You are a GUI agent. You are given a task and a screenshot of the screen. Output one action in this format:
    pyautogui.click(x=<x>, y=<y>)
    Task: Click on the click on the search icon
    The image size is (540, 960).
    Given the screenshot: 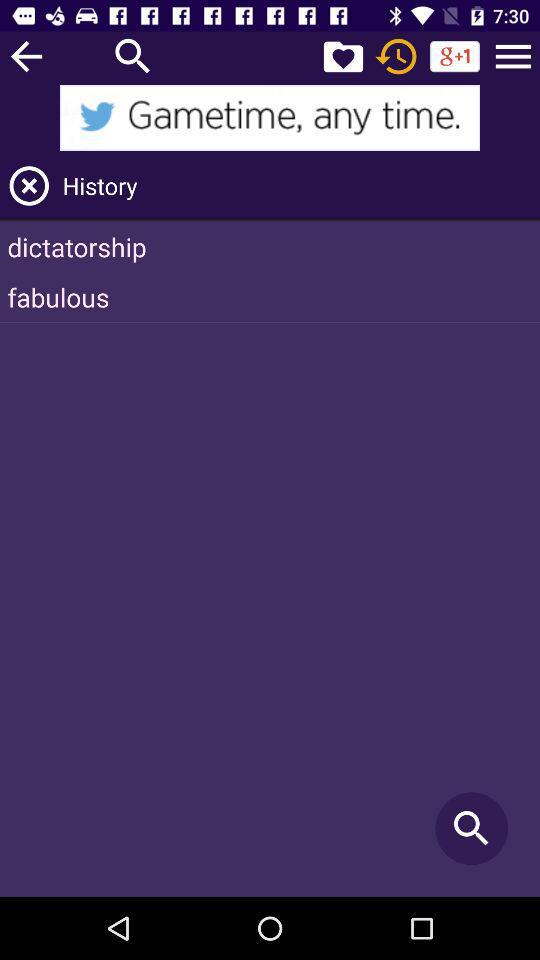 What is the action you would take?
    pyautogui.click(x=133, y=55)
    